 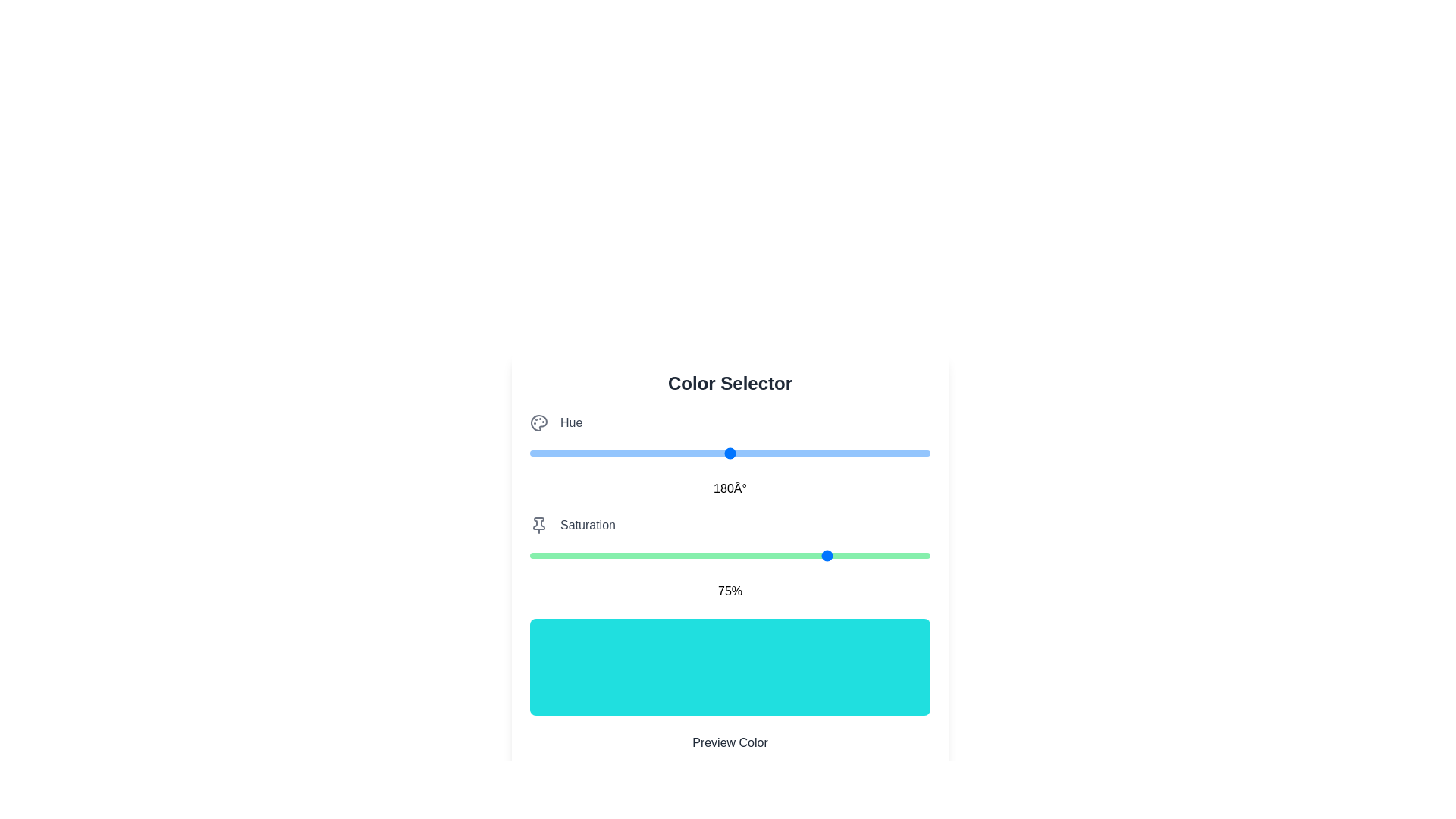 I want to click on the hue, so click(x=717, y=452).